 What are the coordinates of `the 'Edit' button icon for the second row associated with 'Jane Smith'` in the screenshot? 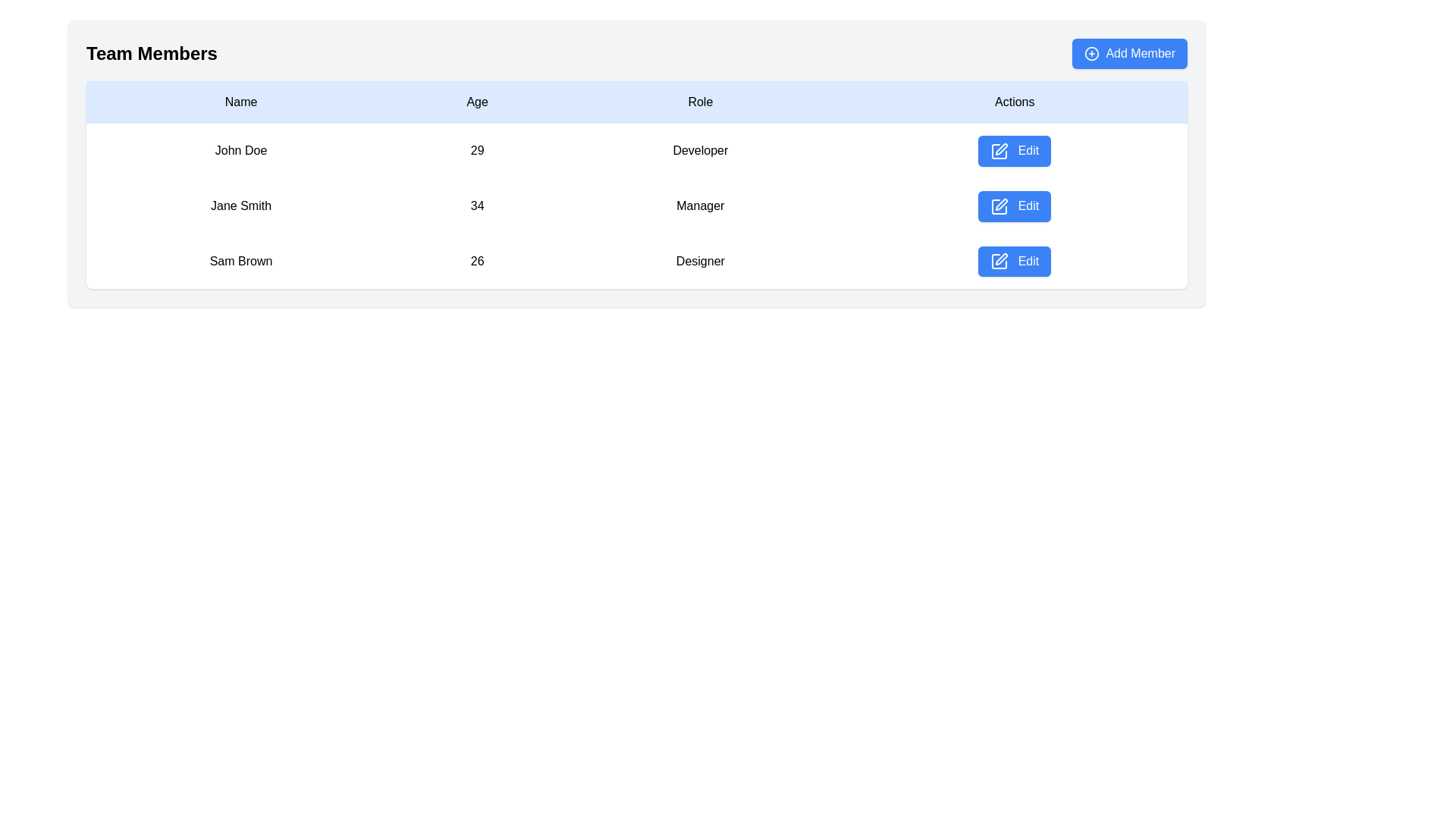 It's located at (1002, 203).